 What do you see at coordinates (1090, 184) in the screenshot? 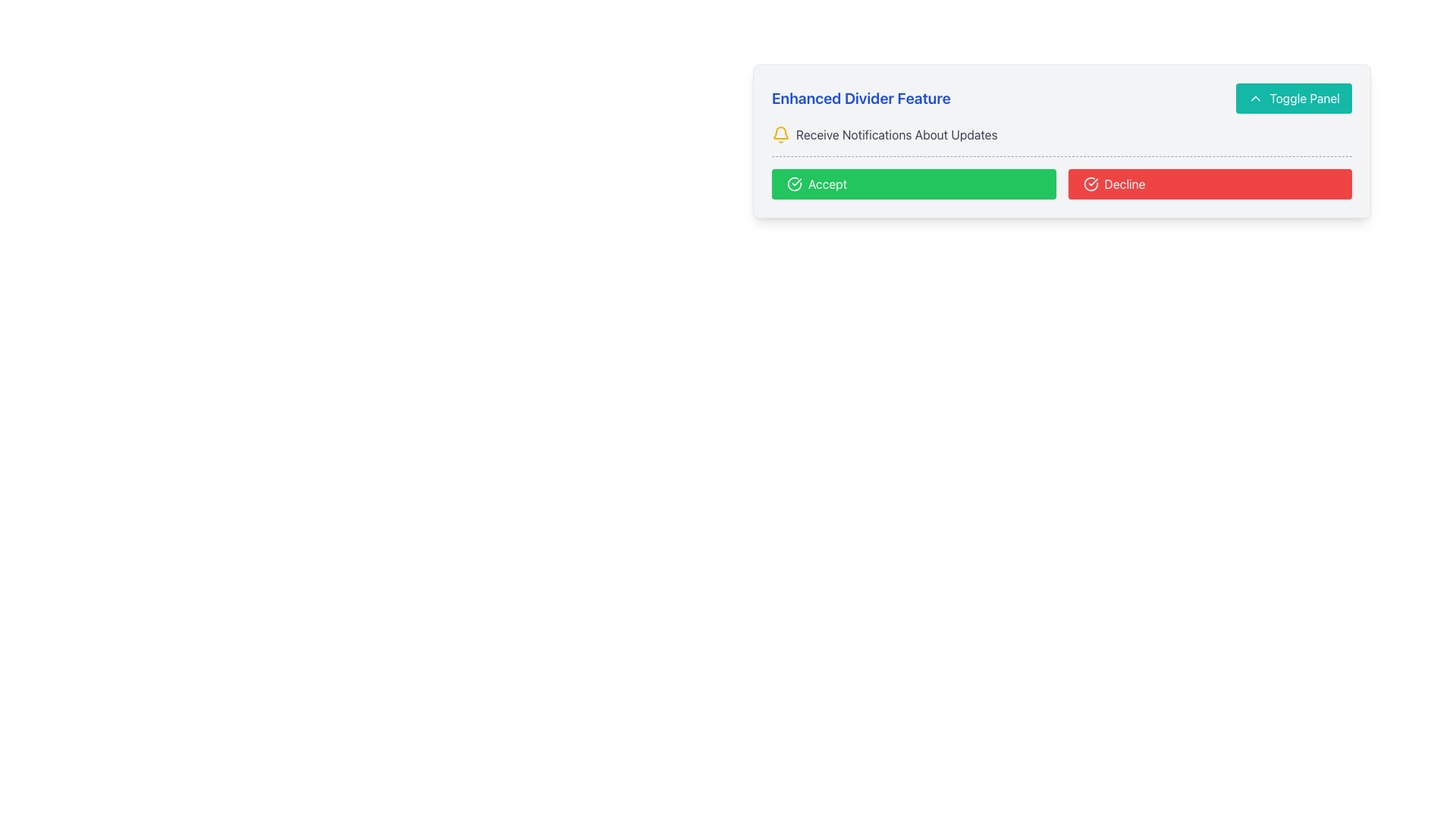
I see `the icon located on the left side of the 'Decline' button, which visually represents the action to be performed when clicking the button` at bounding box center [1090, 184].